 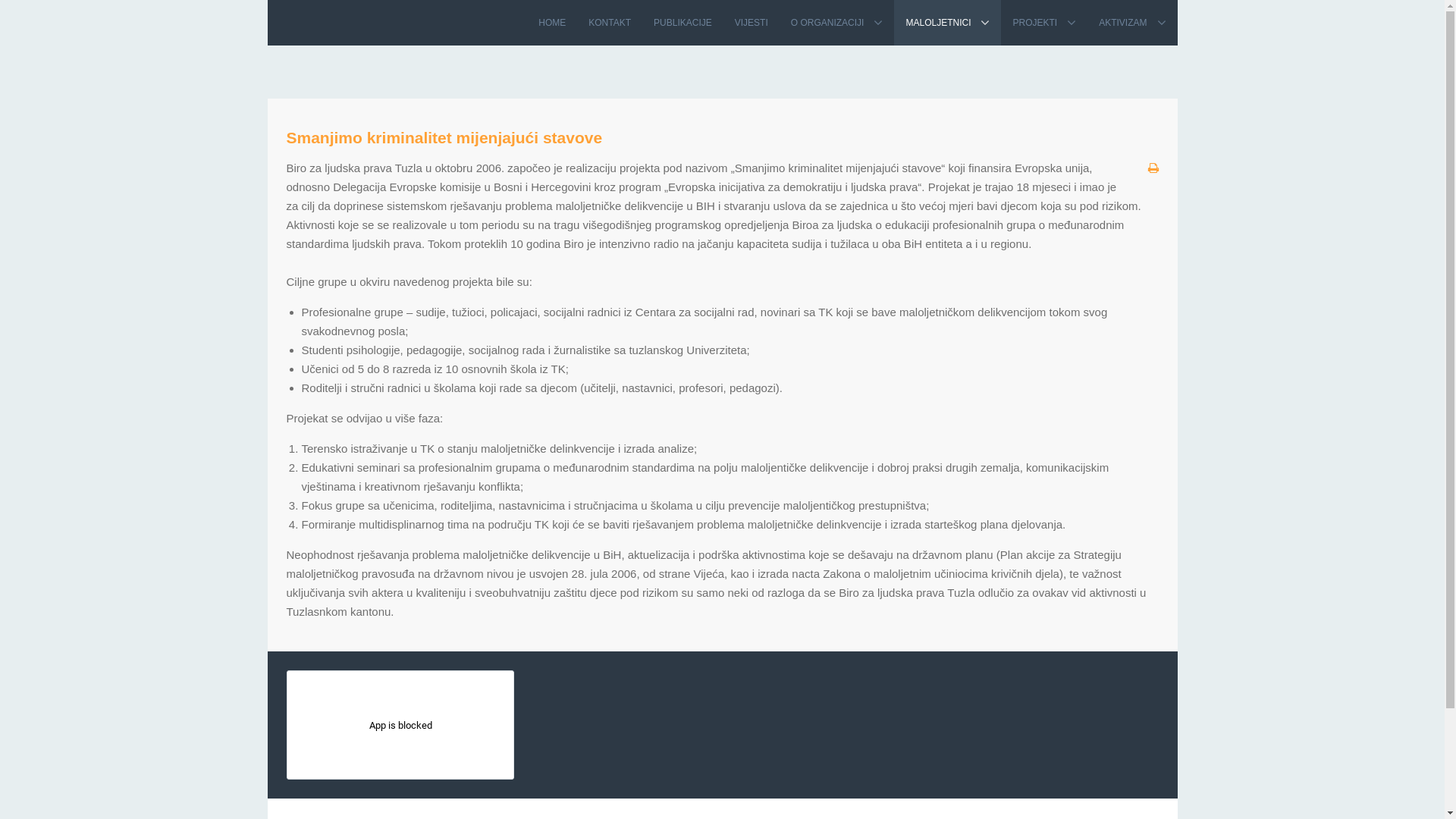 What do you see at coordinates (610, 23) in the screenshot?
I see `'KONTAKT'` at bounding box center [610, 23].